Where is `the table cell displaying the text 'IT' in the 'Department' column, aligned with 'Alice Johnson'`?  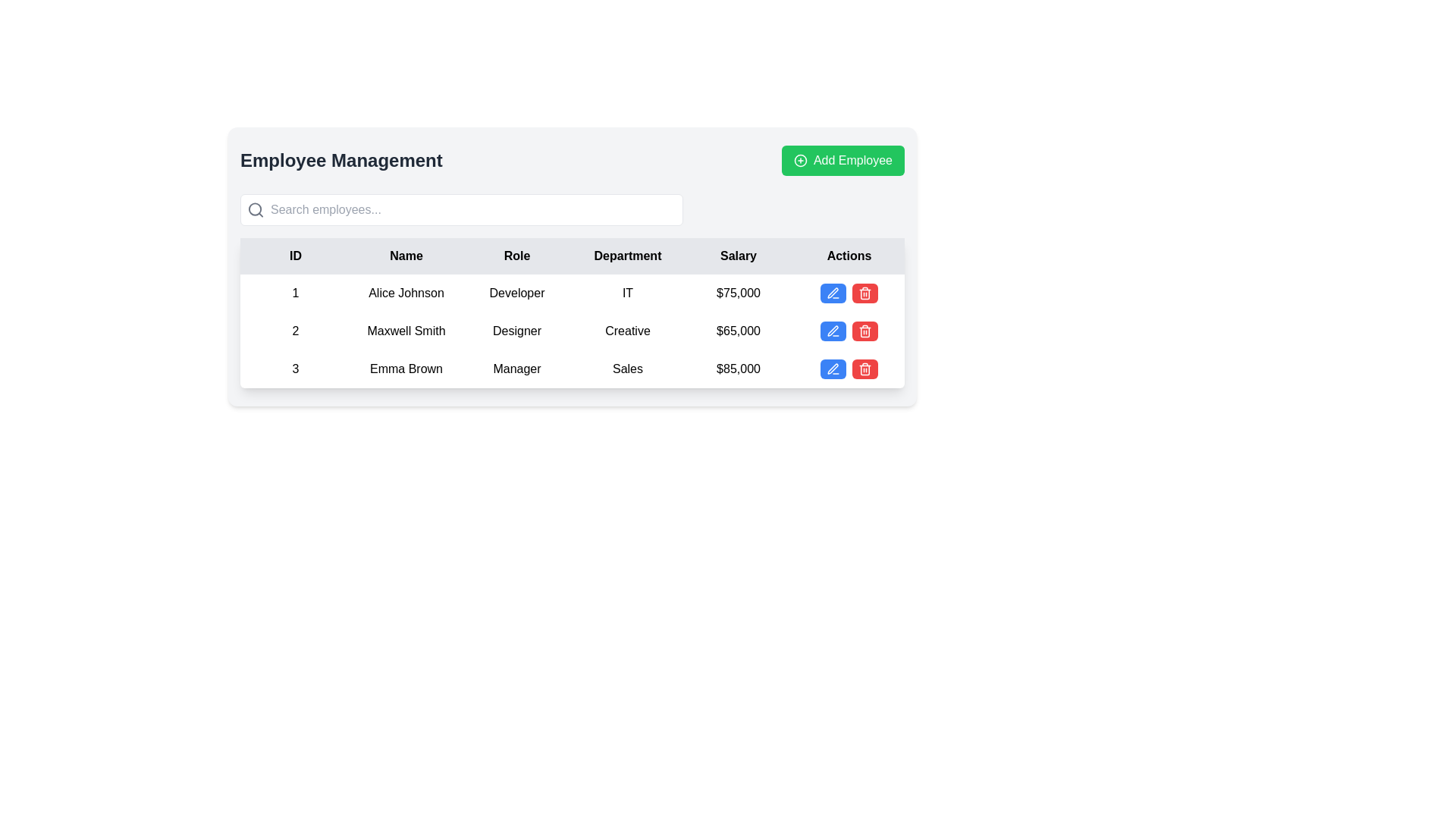 the table cell displaying the text 'IT' in the 'Department' column, aligned with 'Alice Johnson' is located at coordinates (628, 293).